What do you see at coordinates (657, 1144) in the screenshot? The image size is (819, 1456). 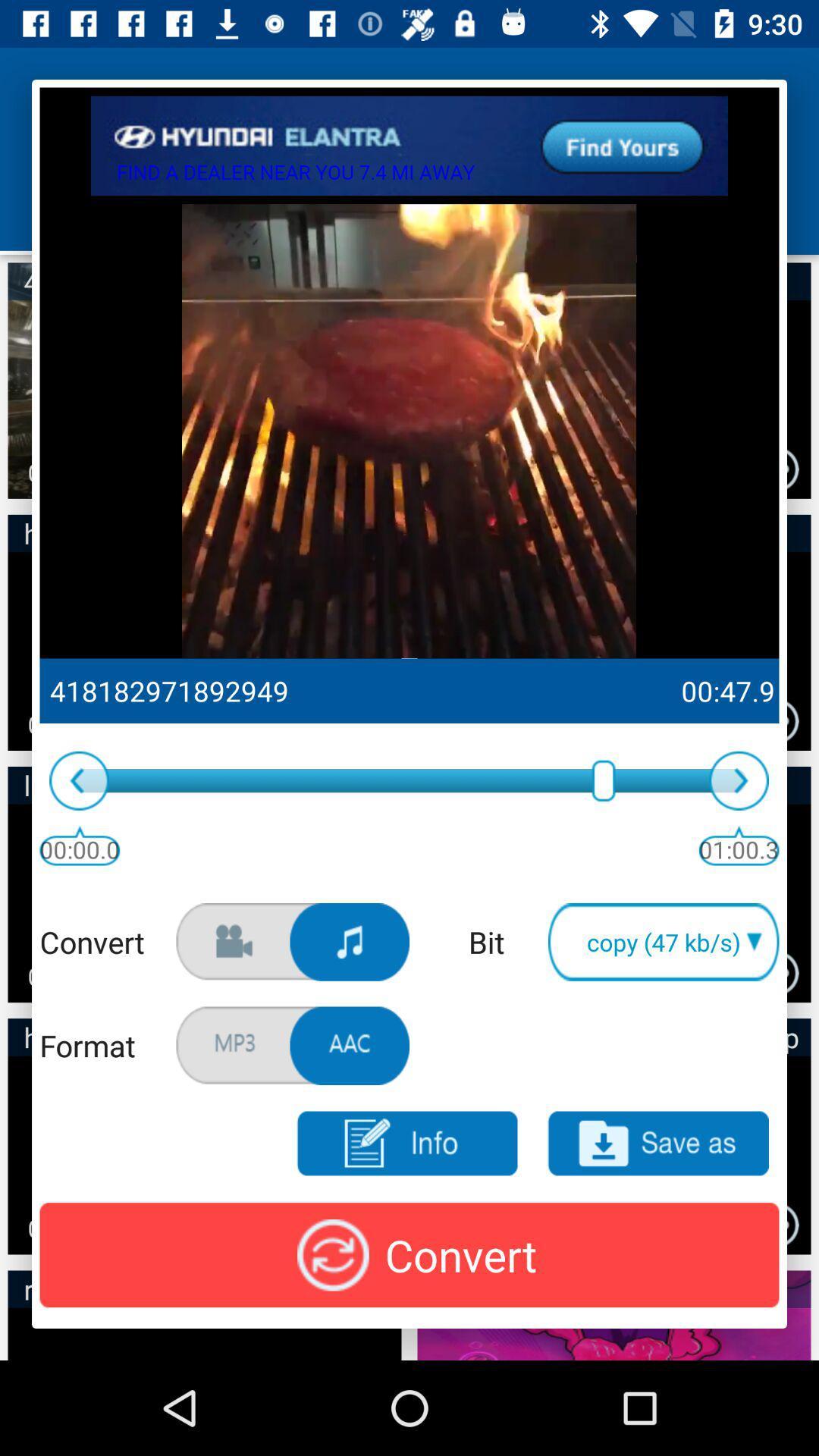 I see `the mp3` at bounding box center [657, 1144].